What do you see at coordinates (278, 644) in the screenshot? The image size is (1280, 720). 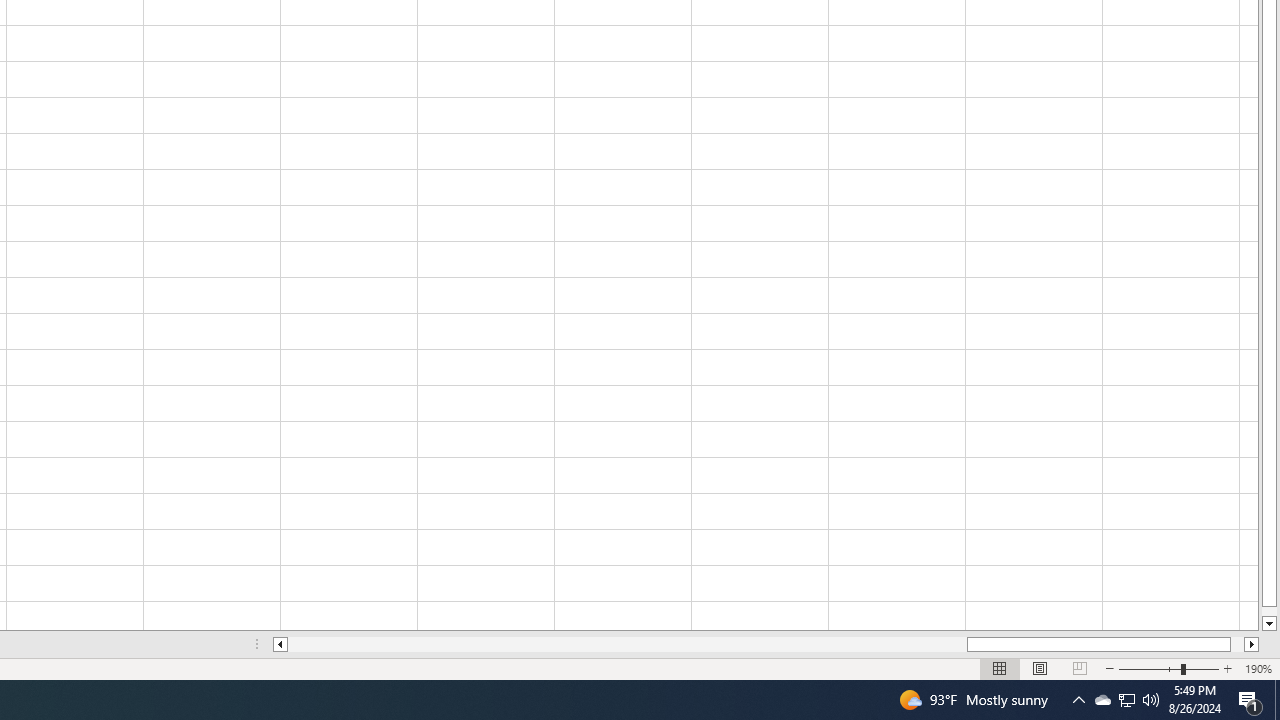 I see `'Column left'` at bounding box center [278, 644].